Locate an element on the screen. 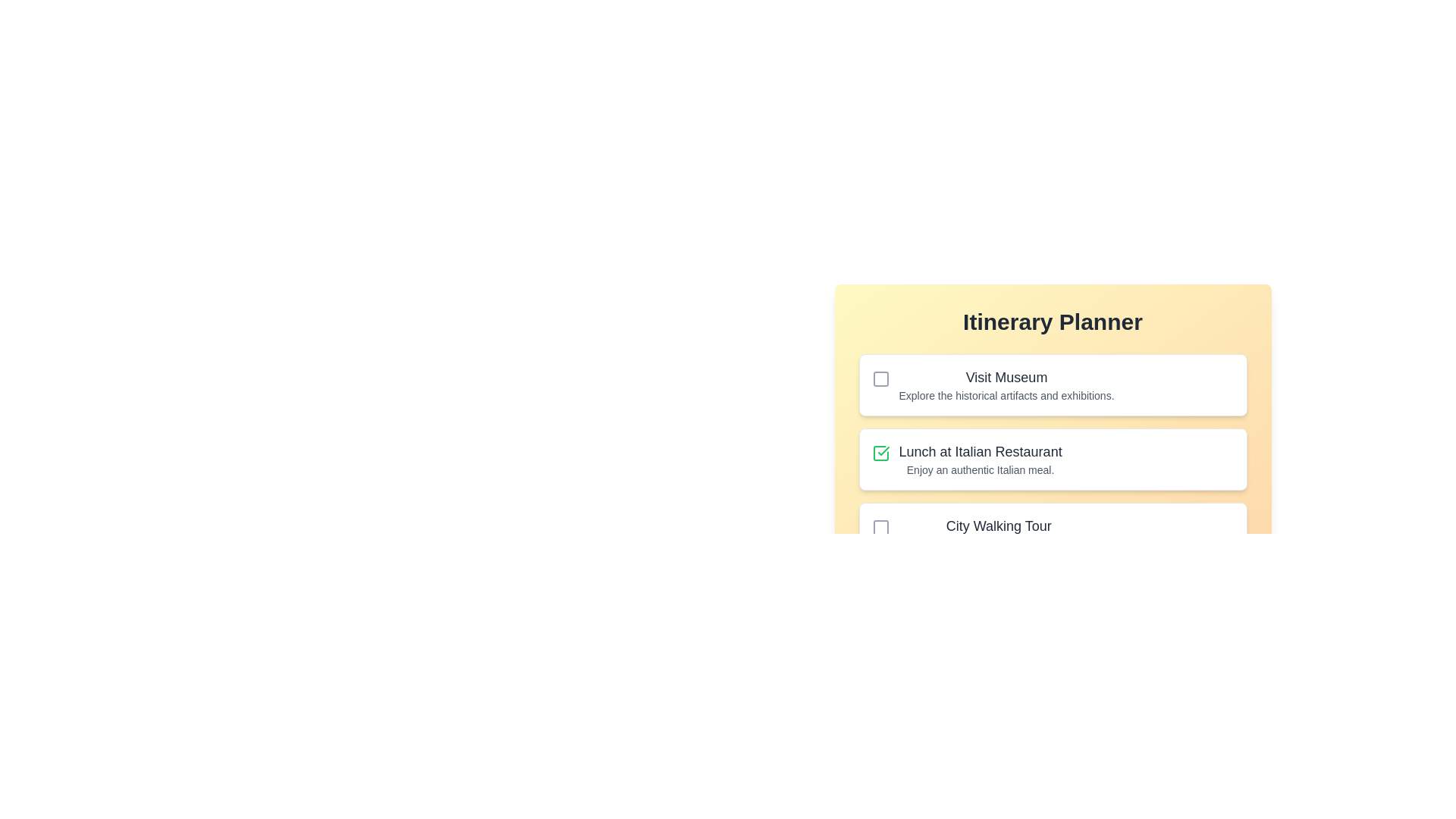 This screenshot has height=819, width=1456. the descriptive text element located below the title 'Lunch at Italian Restaurant' in the itinerary planner interface is located at coordinates (981, 469).